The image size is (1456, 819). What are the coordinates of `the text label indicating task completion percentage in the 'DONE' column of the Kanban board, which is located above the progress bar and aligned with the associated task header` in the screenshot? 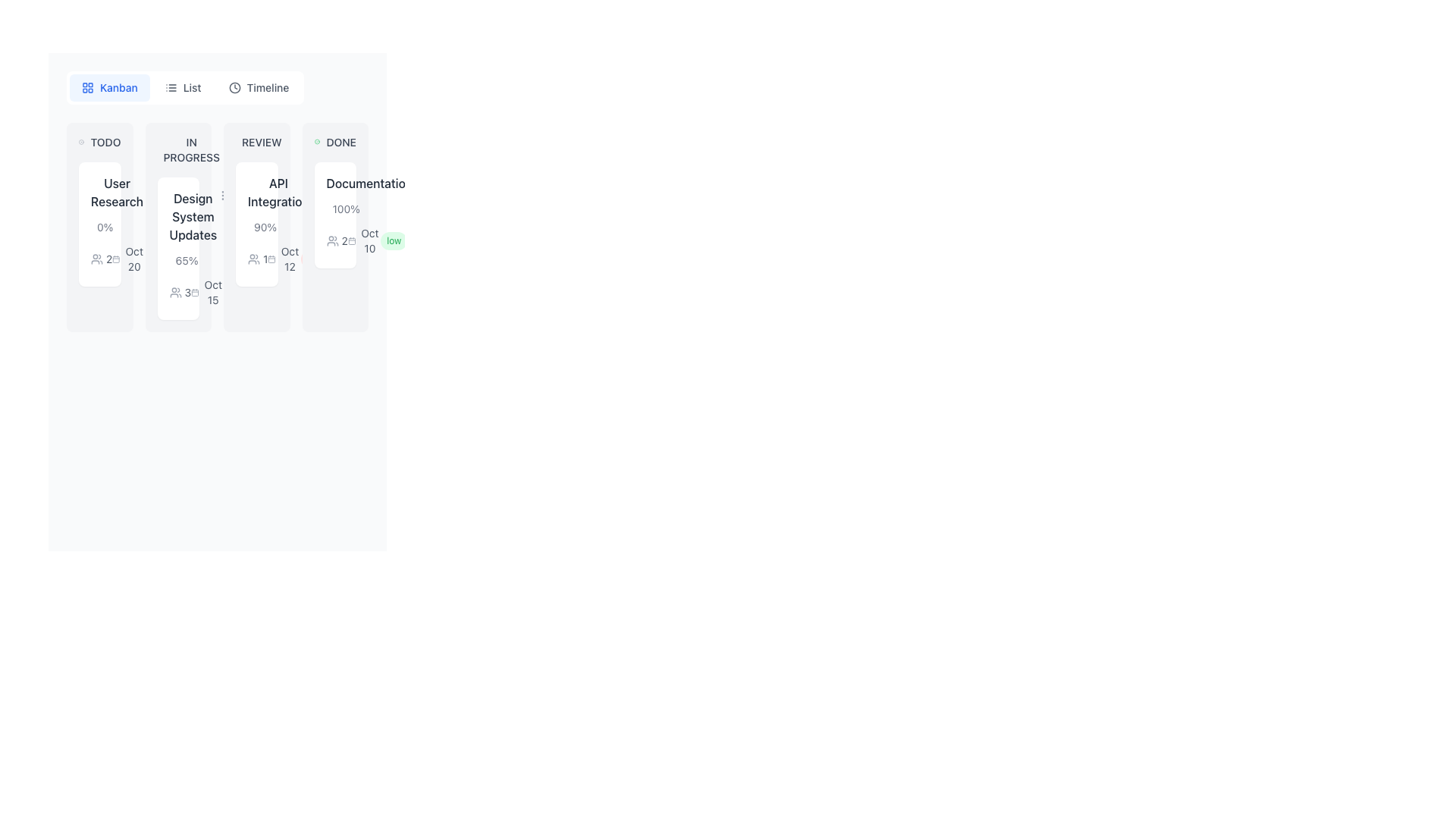 It's located at (345, 209).